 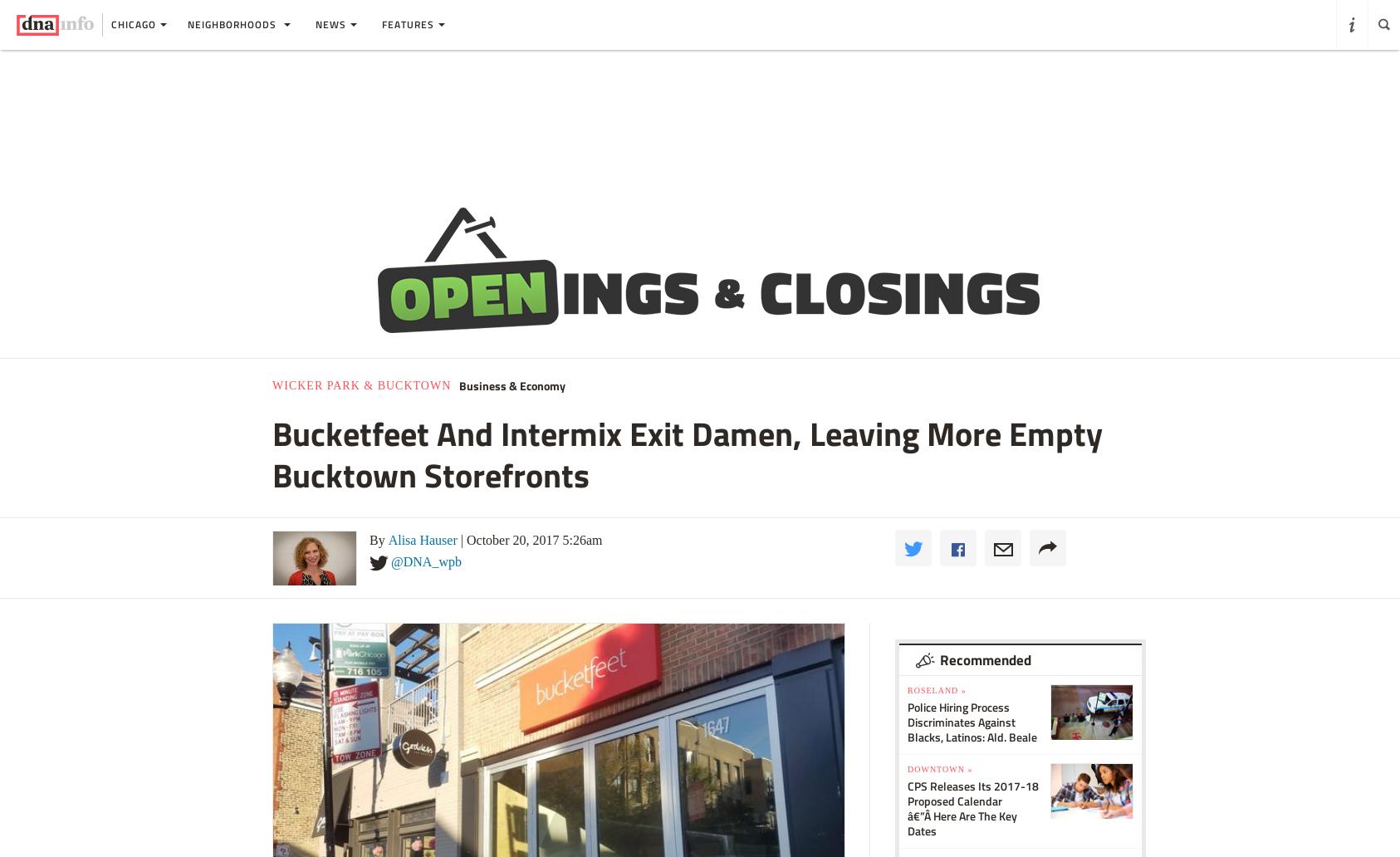 What do you see at coordinates (379, 538) in the screenshot?
I see `'By'` at bounding box center [379, 538].